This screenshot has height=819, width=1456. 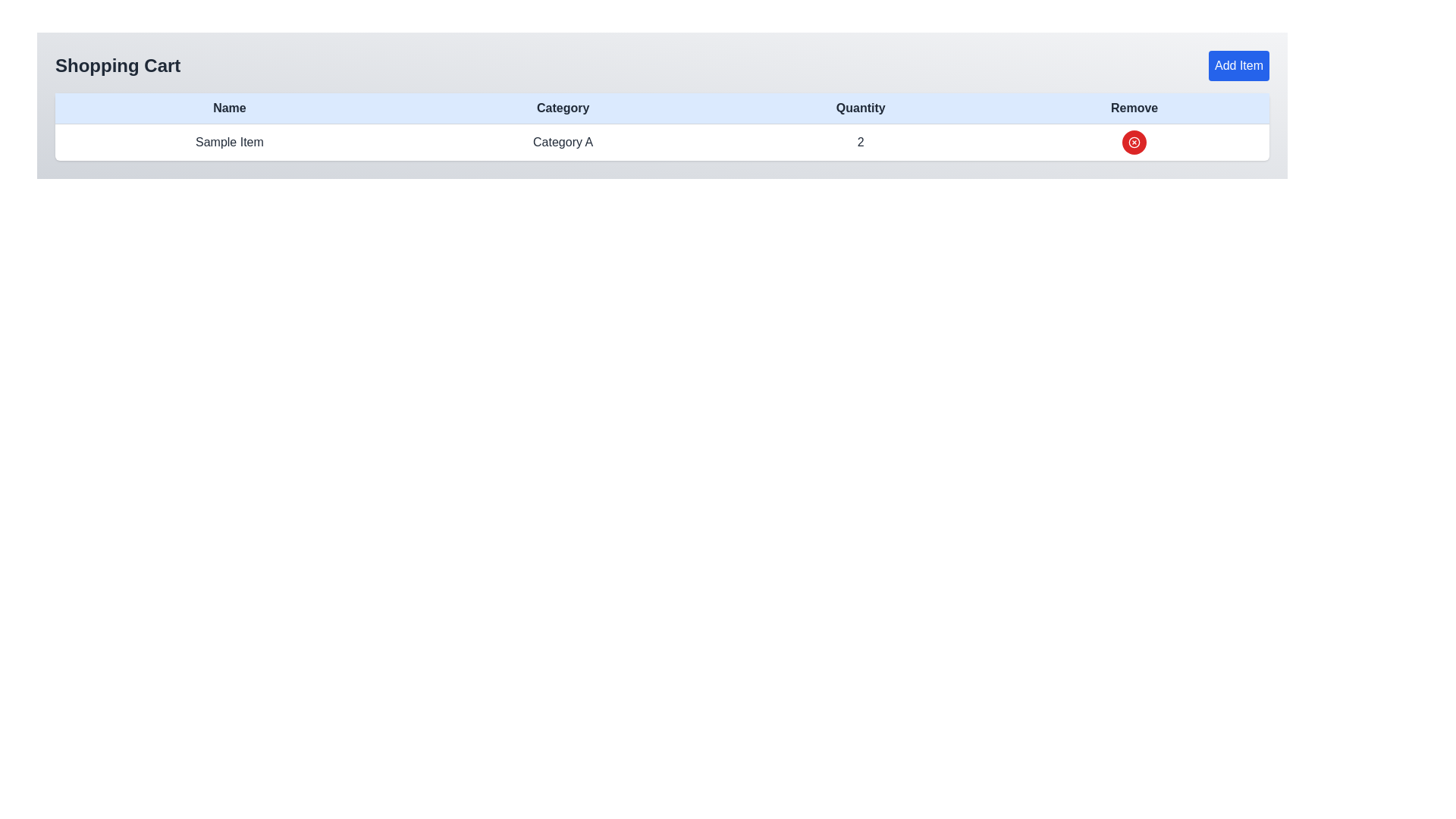 What do you see at coordinates (1134, 108) in the screenshot?
I see `the 'Remove' column label in the Shopping Cart table, which is the fourth column header located at the far right, indicating functionality for removing items` at bounding box center [1134, 108].